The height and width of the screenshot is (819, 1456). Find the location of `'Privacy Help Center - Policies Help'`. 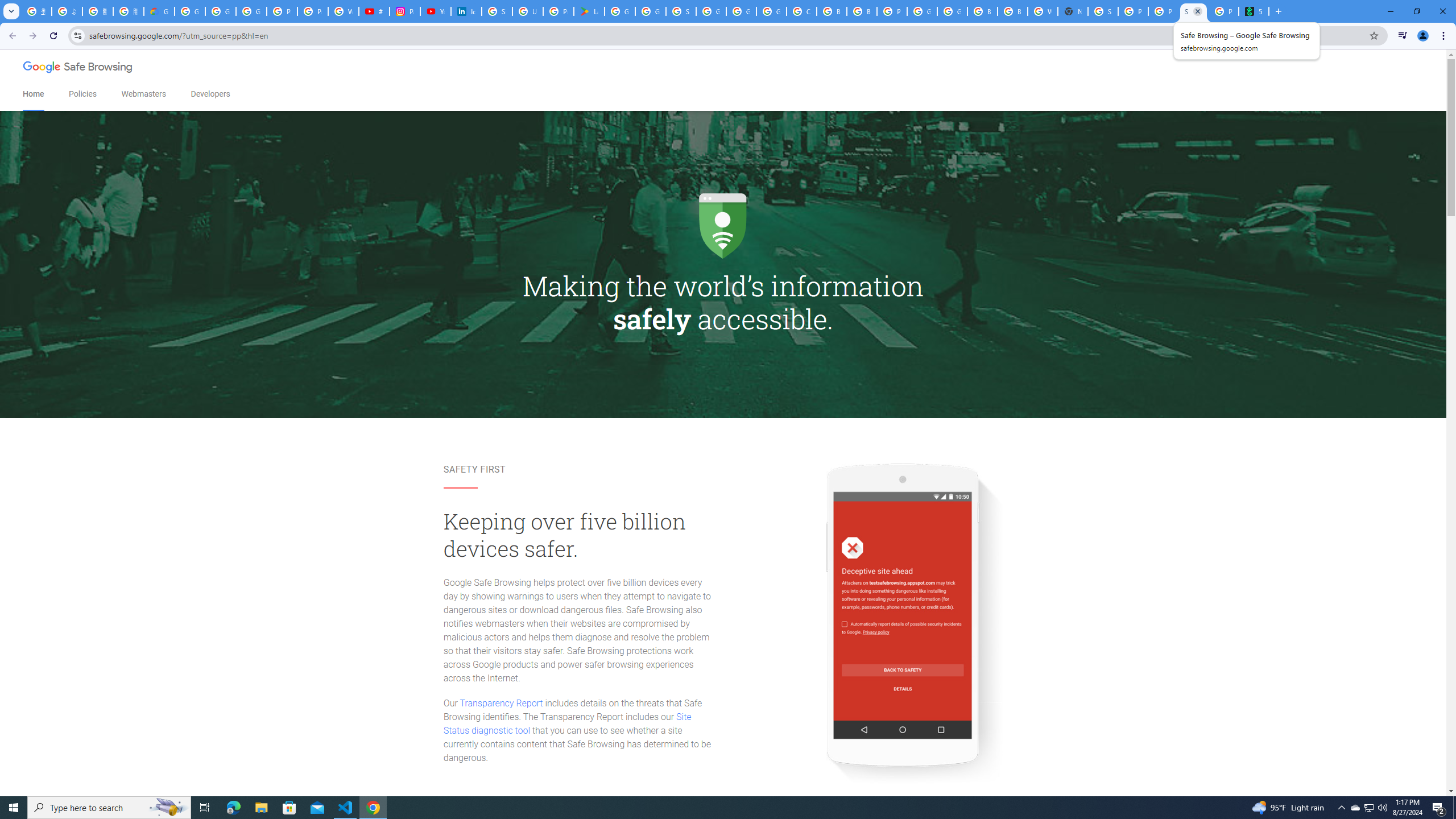

'Privacy Help Center - Policies Help' is located at coordinates (313, 11).